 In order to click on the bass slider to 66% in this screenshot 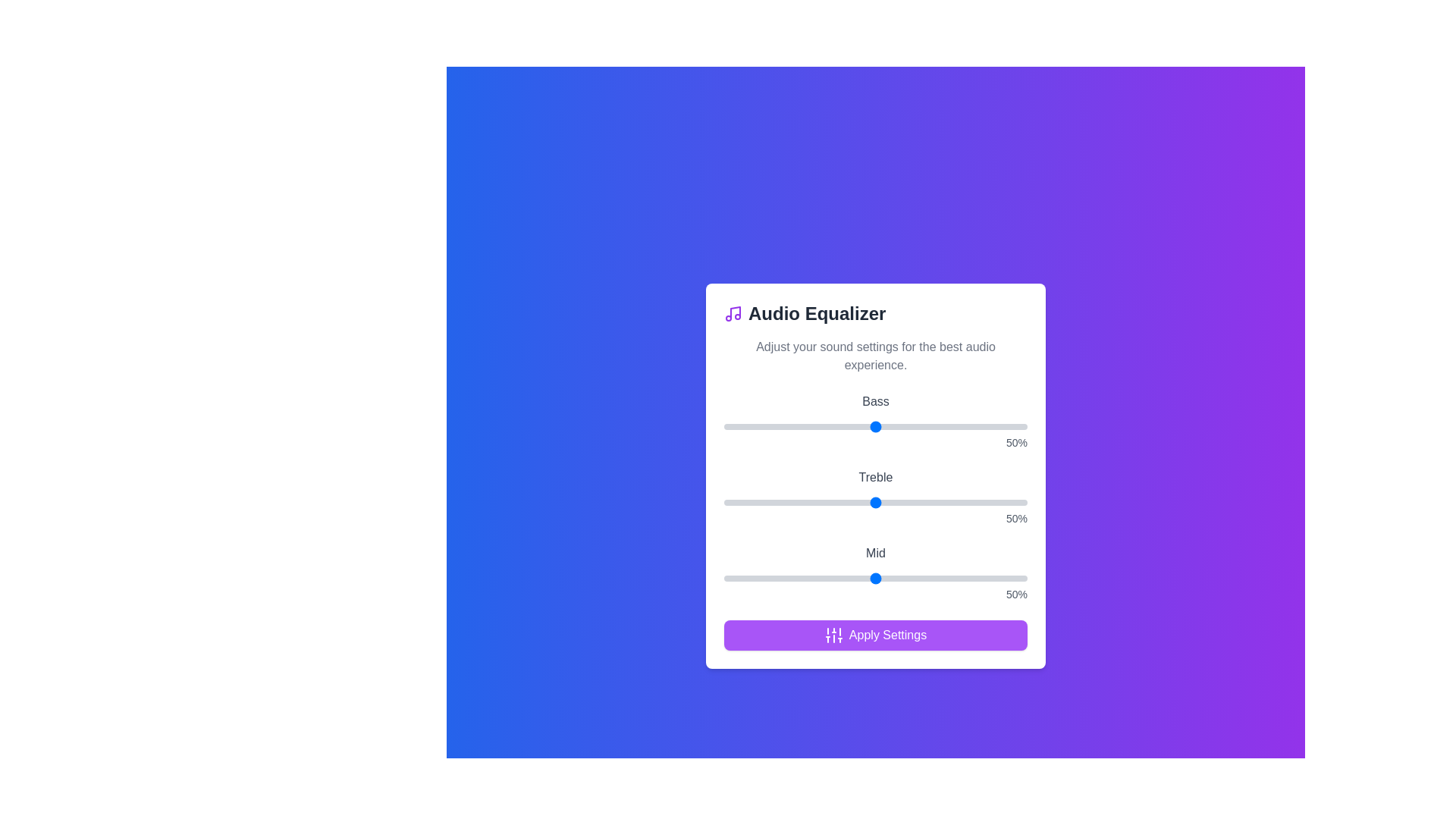, I will do `click(924, 427)`.